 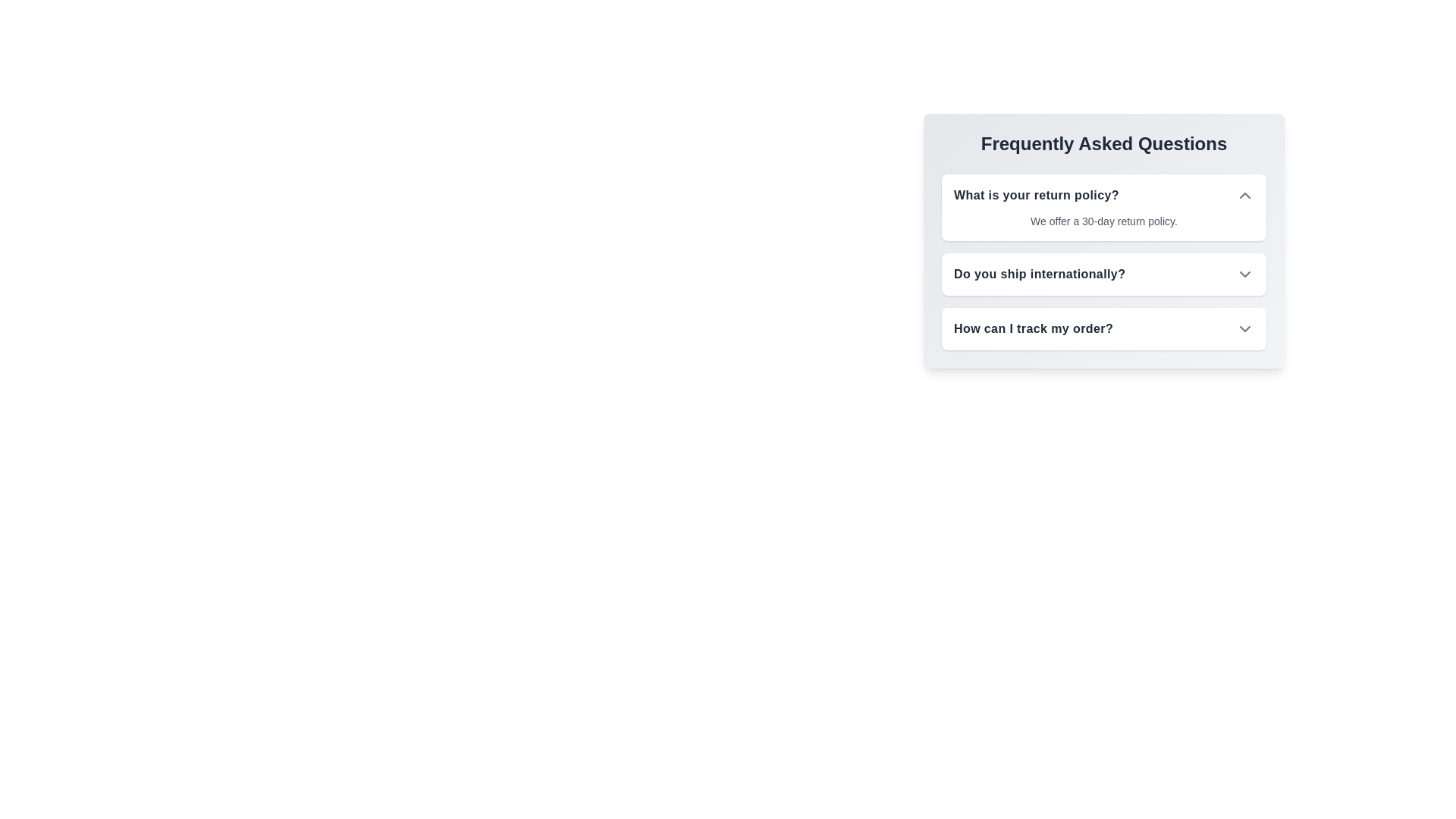 What do you see at coordinates (1244, 275) in the screenshot?
I see `the FAQ question Do you ship internationally? to toggle its answer` at bounding box center [1244, 275].